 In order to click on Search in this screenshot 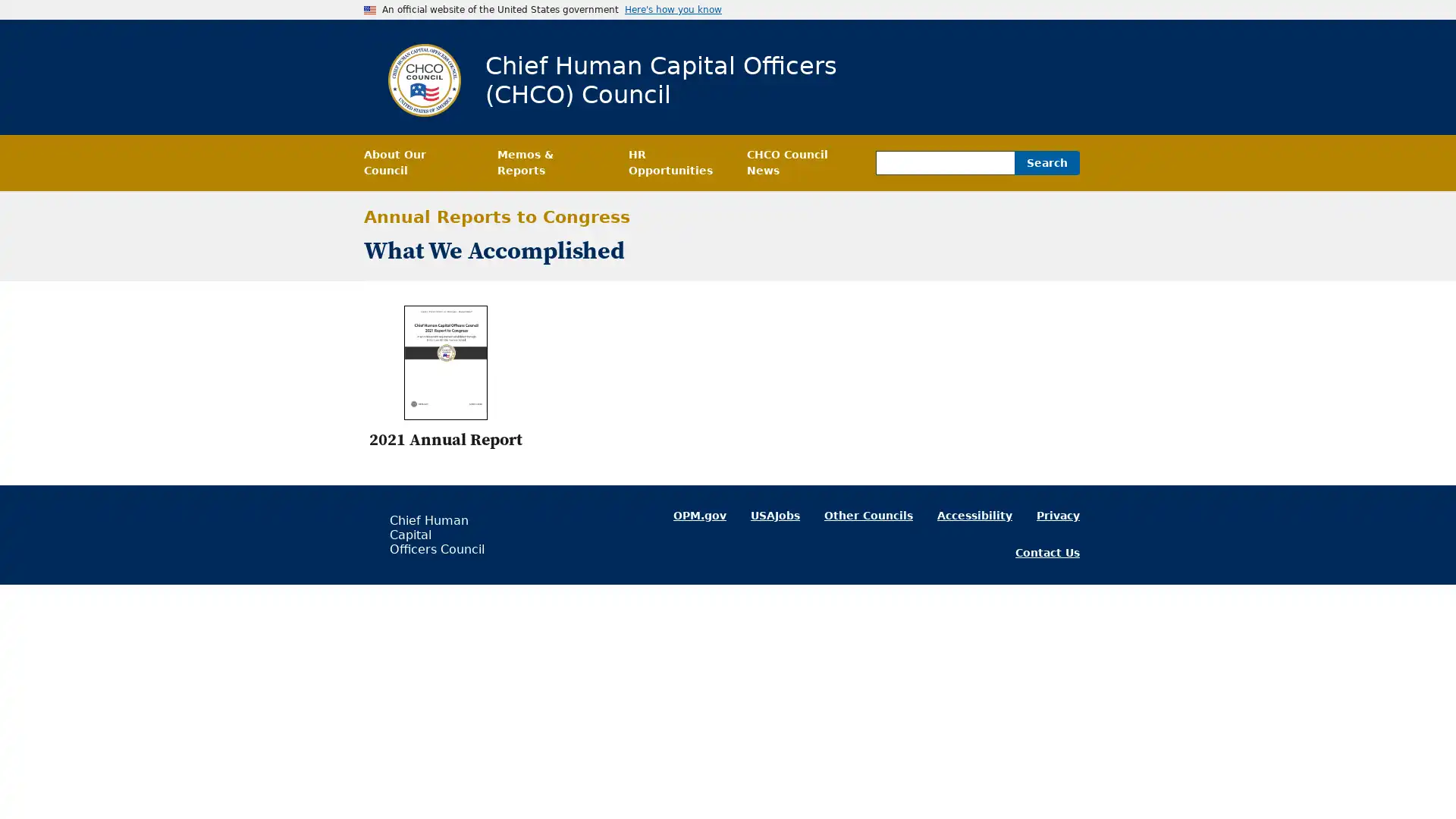, I will do `click(1046, 163)`.